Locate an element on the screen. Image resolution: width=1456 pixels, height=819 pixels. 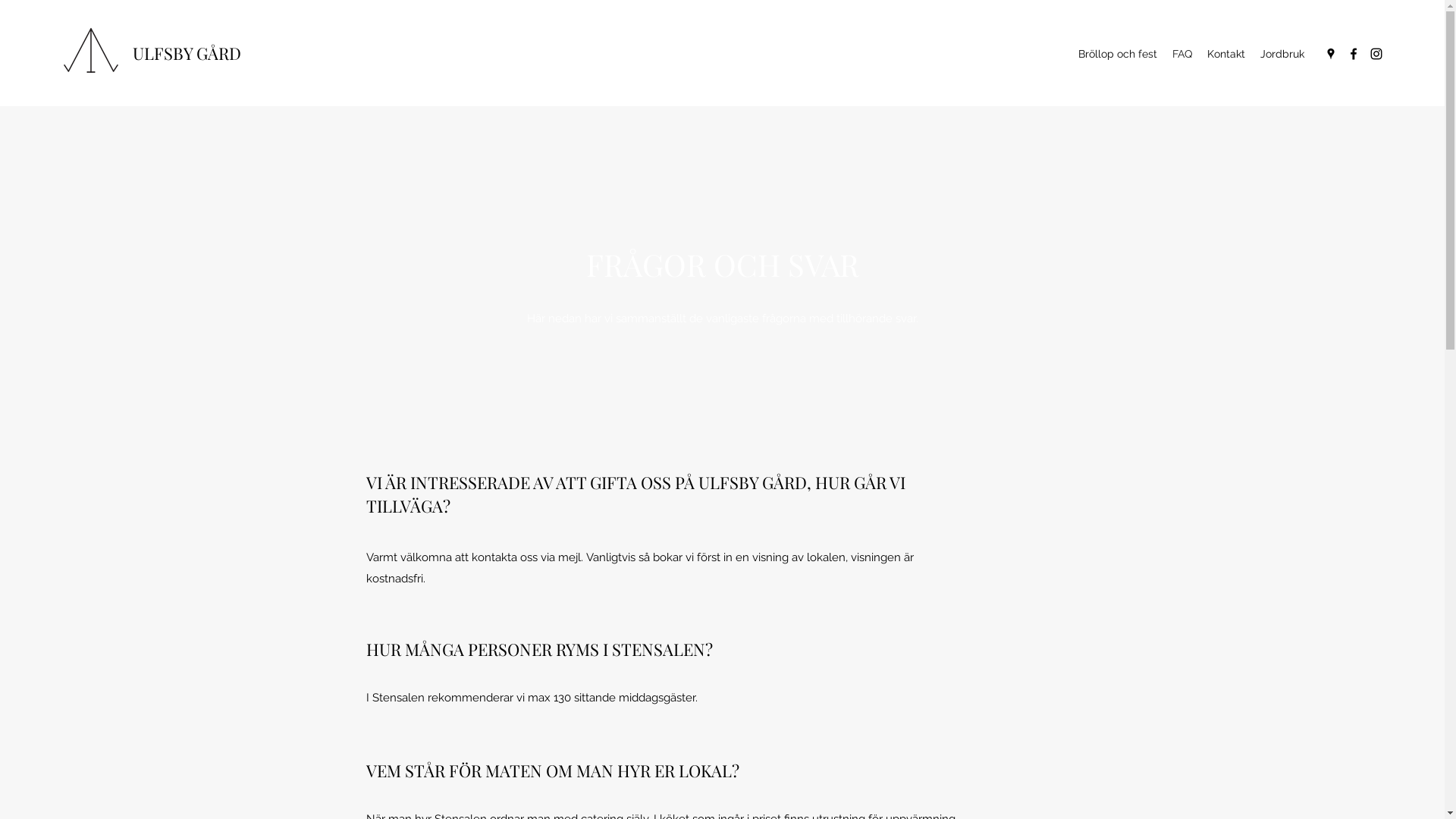
'Jordbruk' is located at coordinates (1281, 52).